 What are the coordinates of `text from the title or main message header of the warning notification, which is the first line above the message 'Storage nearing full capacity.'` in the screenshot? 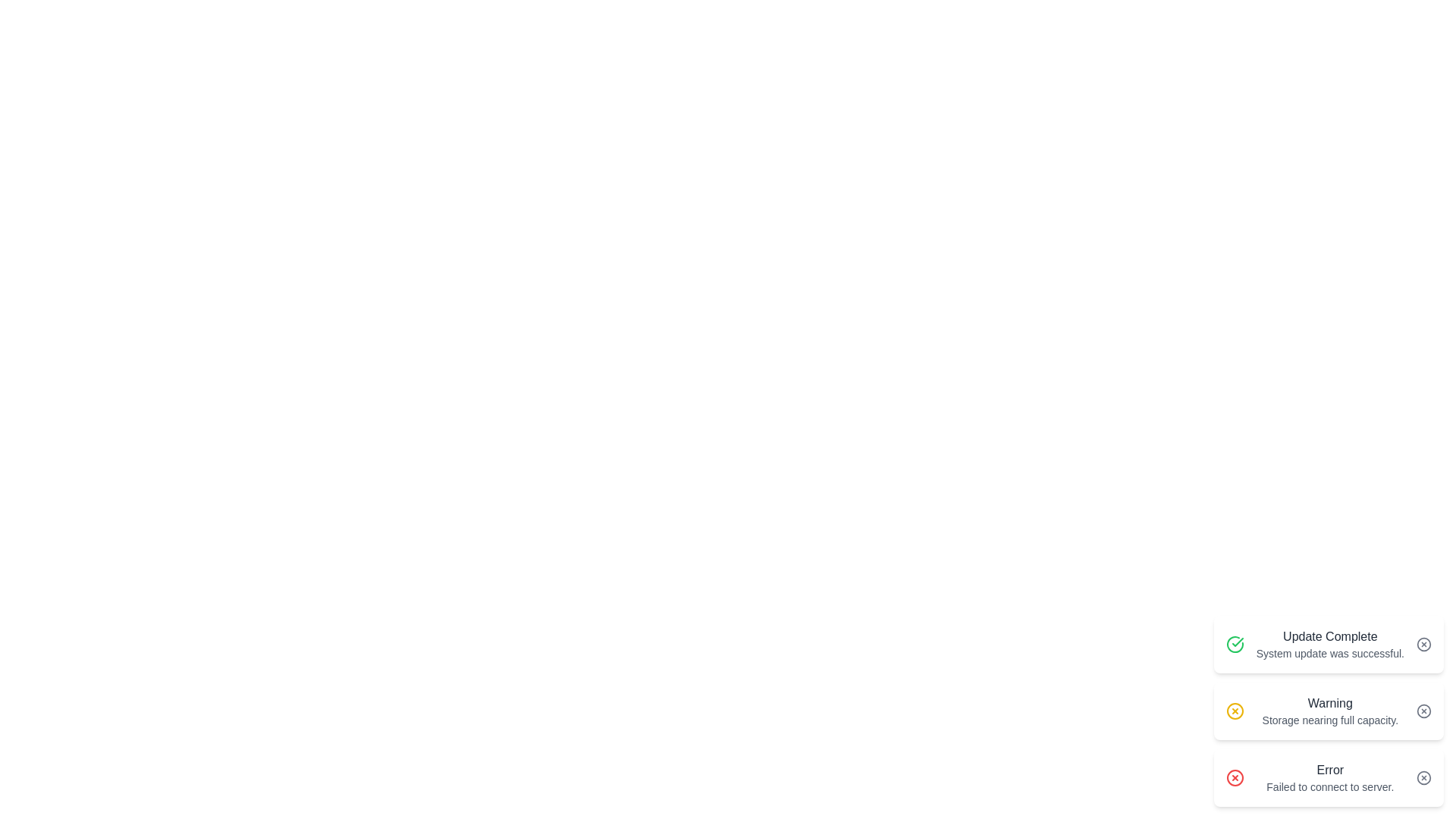 It's located at (1329, 704).